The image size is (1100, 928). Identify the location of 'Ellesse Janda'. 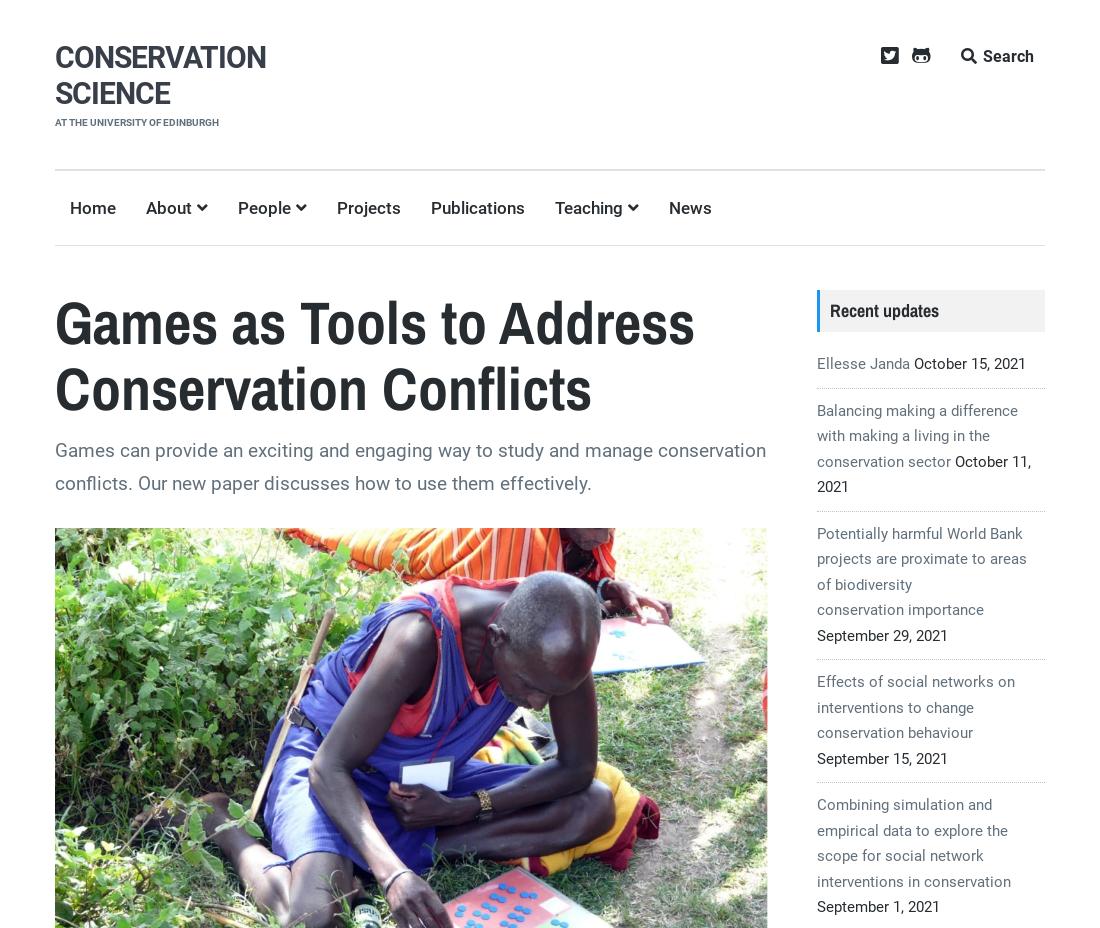
(862, 363).